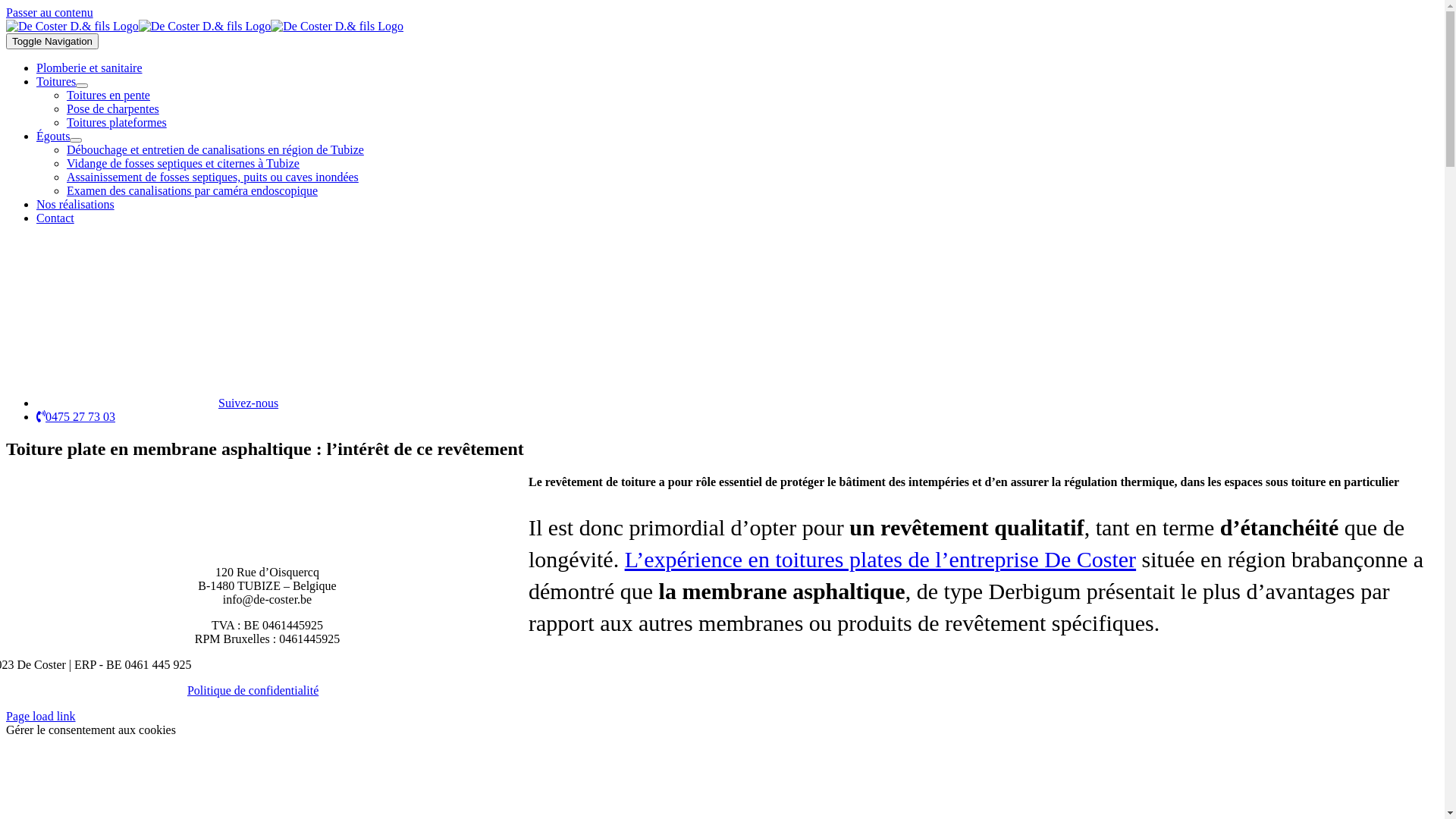  Describe the element at coordinates (127, 315) in the screenshot. I see `'fb'` at that location.